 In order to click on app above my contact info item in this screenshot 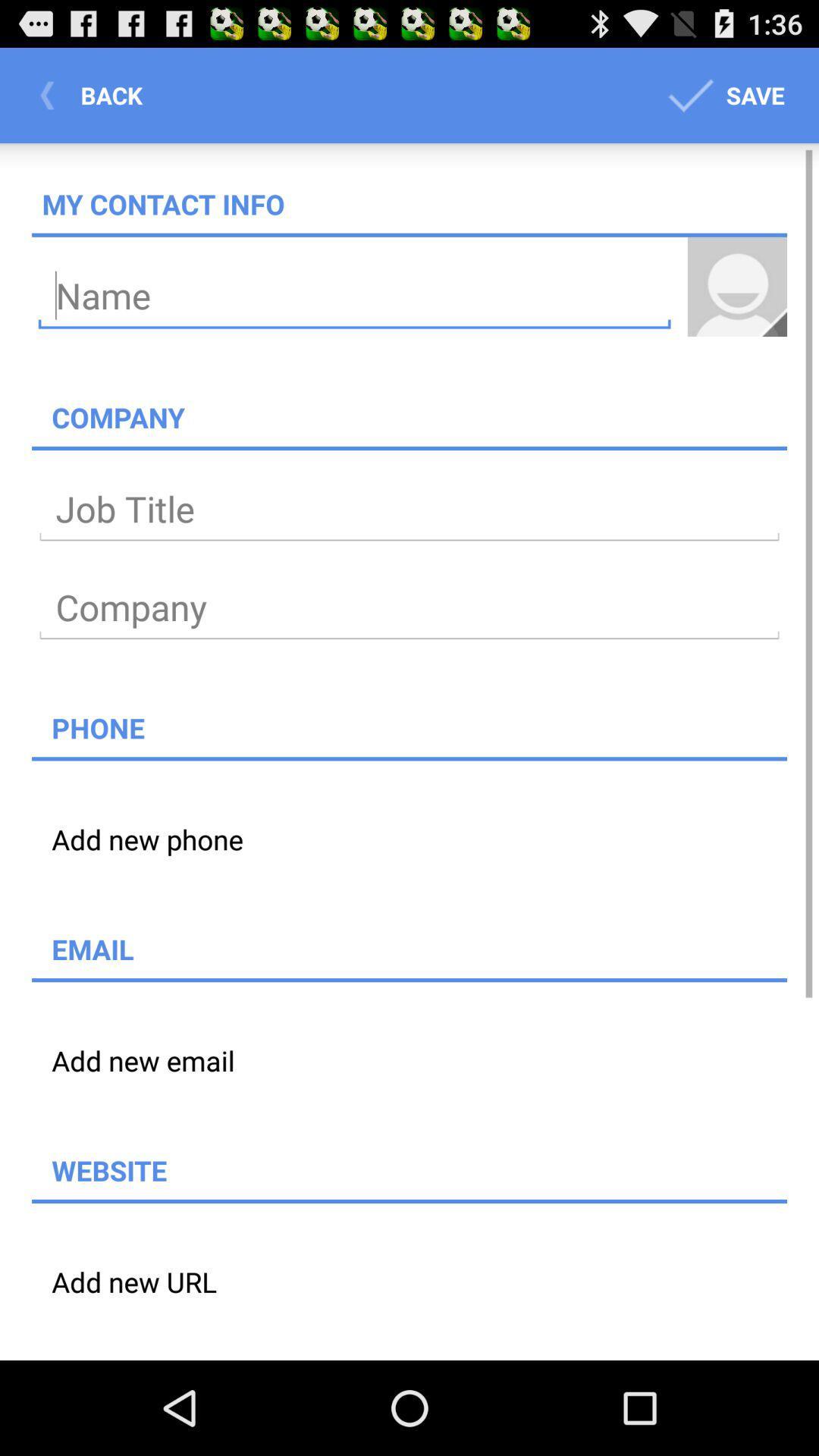, I will do `click(96, 94)`.